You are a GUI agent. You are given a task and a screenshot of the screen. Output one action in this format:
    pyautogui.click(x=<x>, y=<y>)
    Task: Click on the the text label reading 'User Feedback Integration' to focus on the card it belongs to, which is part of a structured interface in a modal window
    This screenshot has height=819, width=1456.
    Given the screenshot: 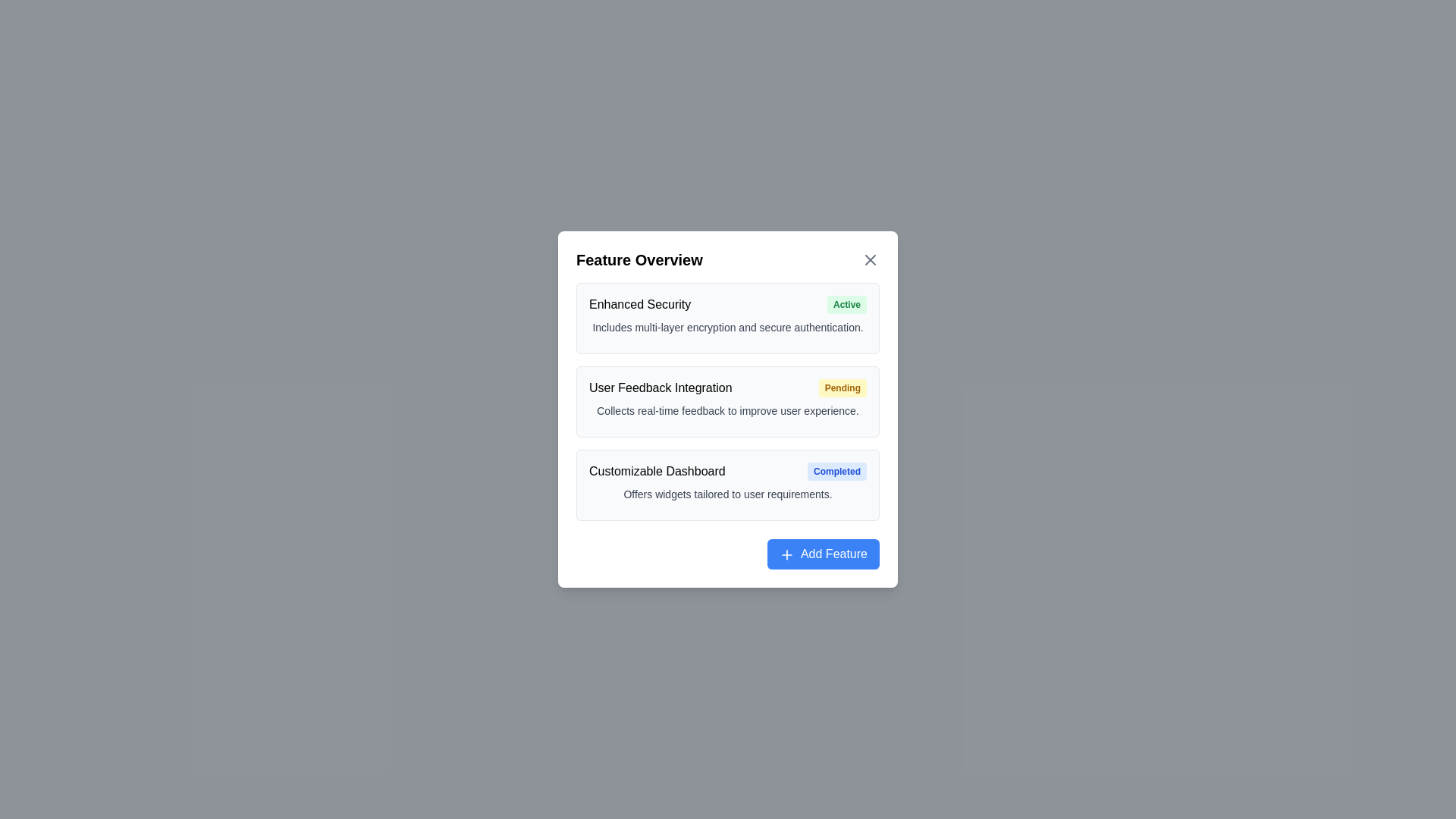 What is the action you would take?
    pyautogui.click(x=661, y=388)
    